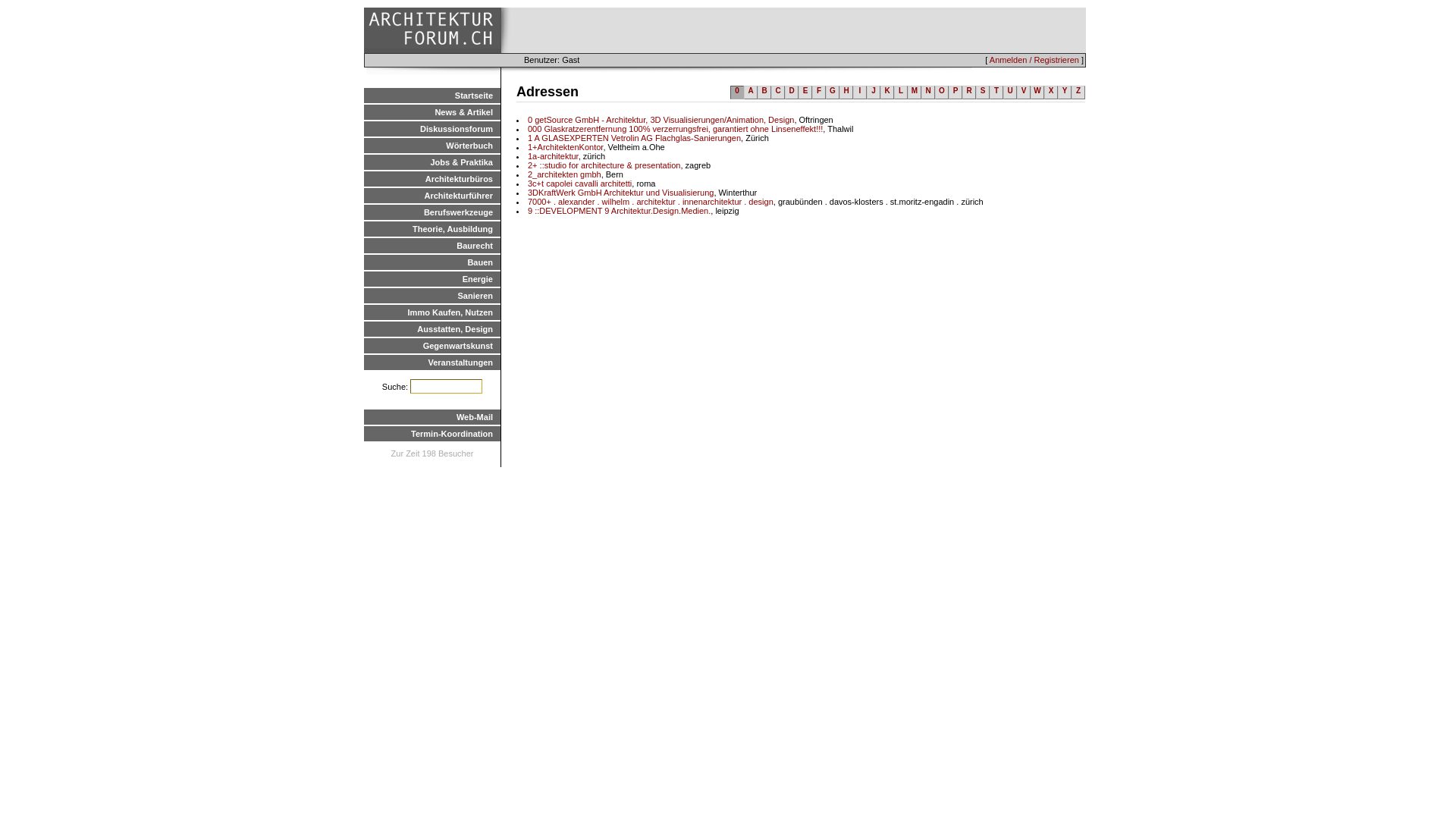  Describe the element at coordinates (579, 183) in the screenshot. I see `'3c+t capolei cavalli architetti'` at that location.